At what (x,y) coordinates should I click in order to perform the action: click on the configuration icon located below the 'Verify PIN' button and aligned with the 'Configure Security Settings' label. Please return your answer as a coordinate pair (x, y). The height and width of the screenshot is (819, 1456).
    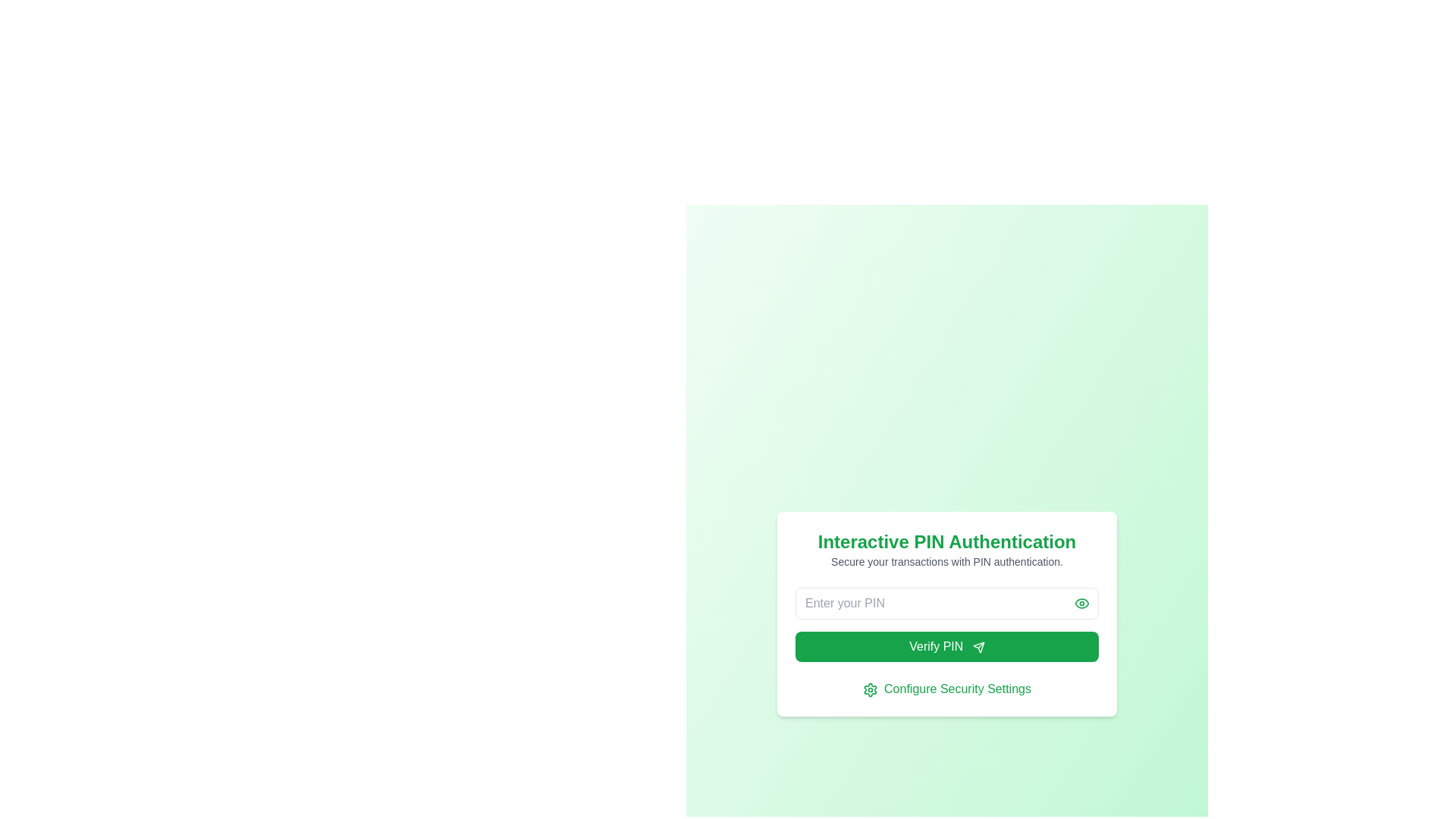
    Looking at the image, I should click on (870, 689).